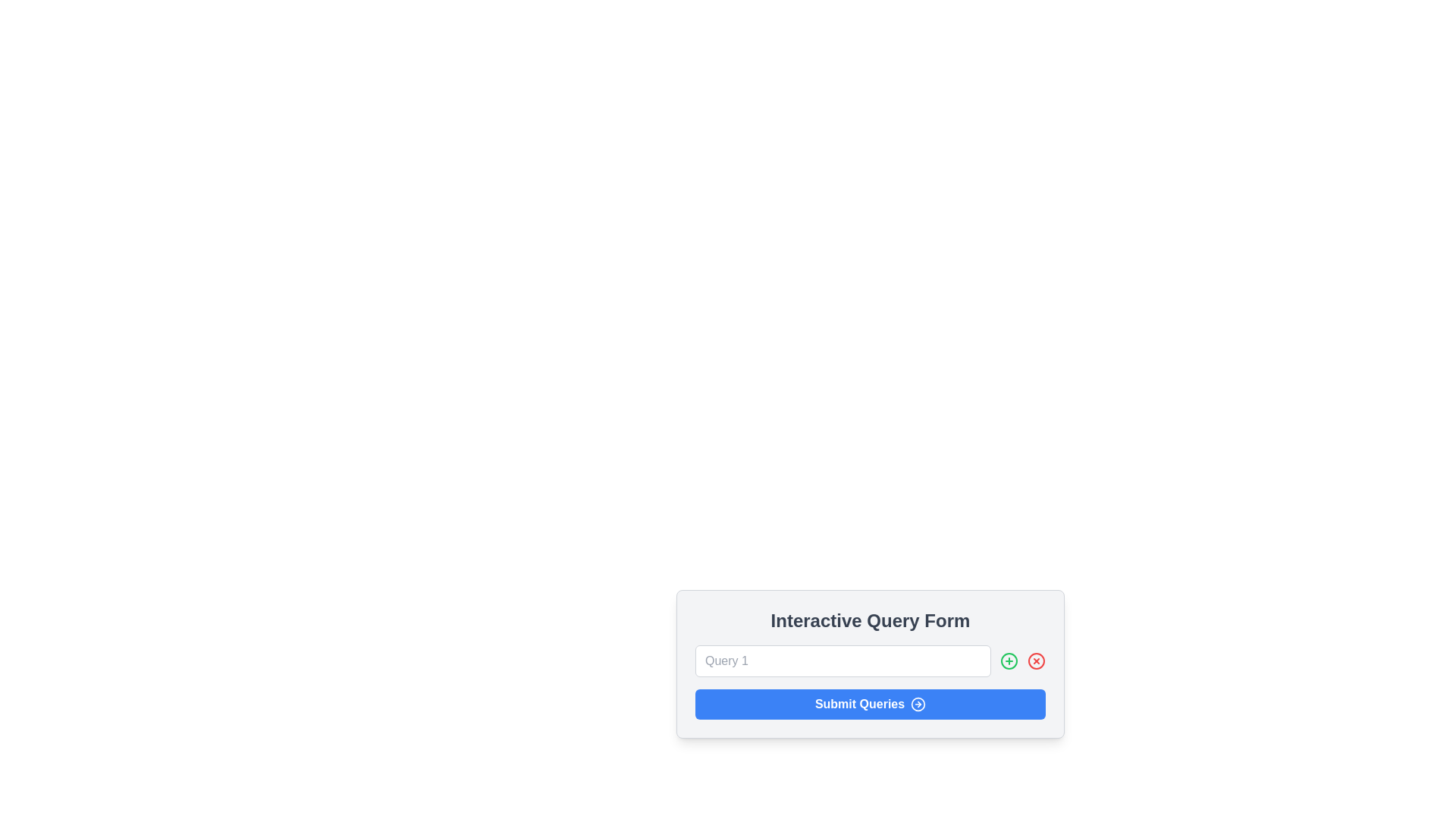 The width and height of the screenshot is (1456, 819). Describe the element at coordinates (918, 704) in the screenshot. I see `accessibility features of the icon located at the bottom right section of the 'Submit Queries' button, which symbolizes the action of submitting queries` at that location.